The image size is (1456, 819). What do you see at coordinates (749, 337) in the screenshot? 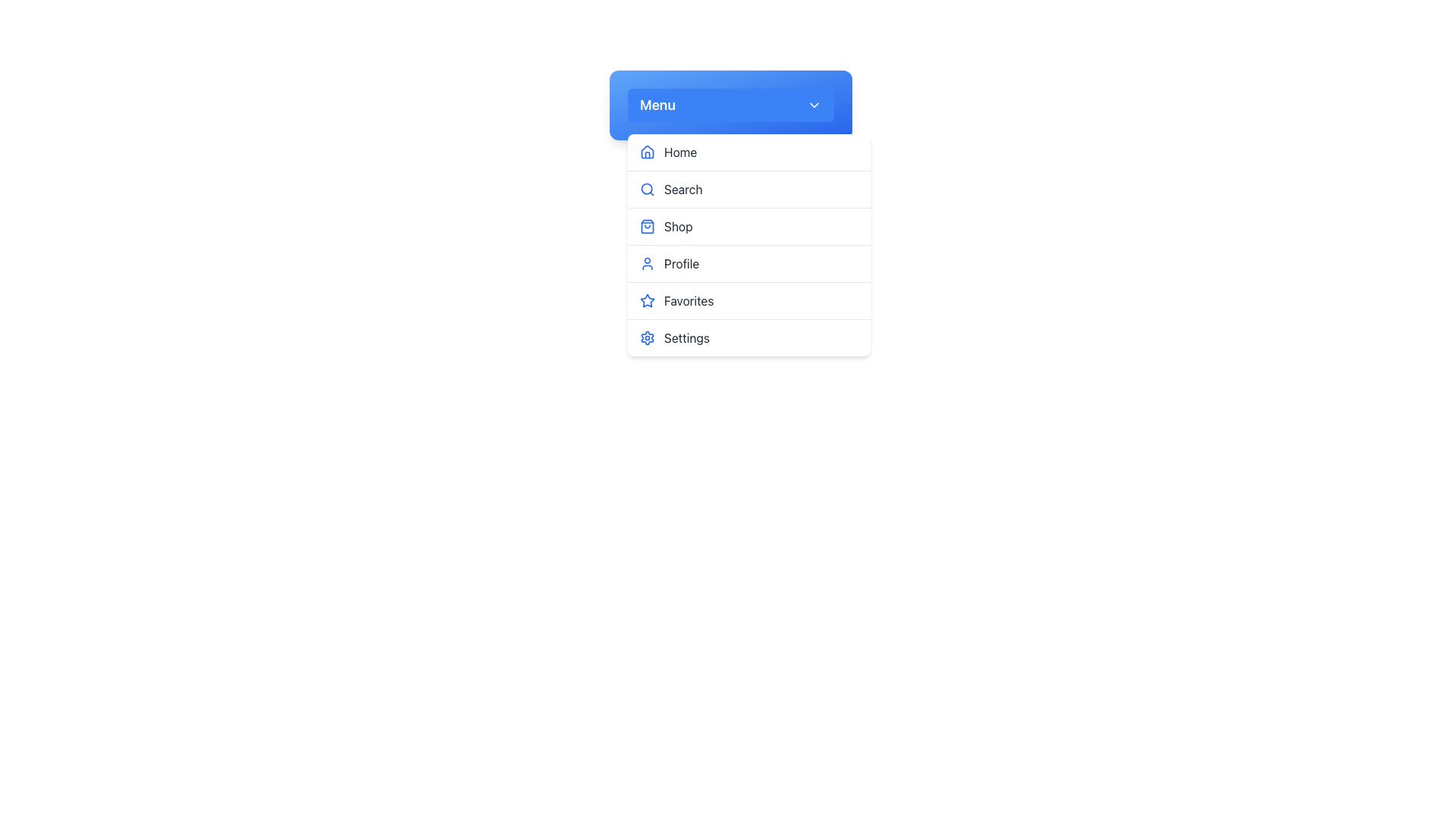
I see `the navigation button located beneath the 'Favorites' entry in the vertical menu` at bounding box center [749, 337].